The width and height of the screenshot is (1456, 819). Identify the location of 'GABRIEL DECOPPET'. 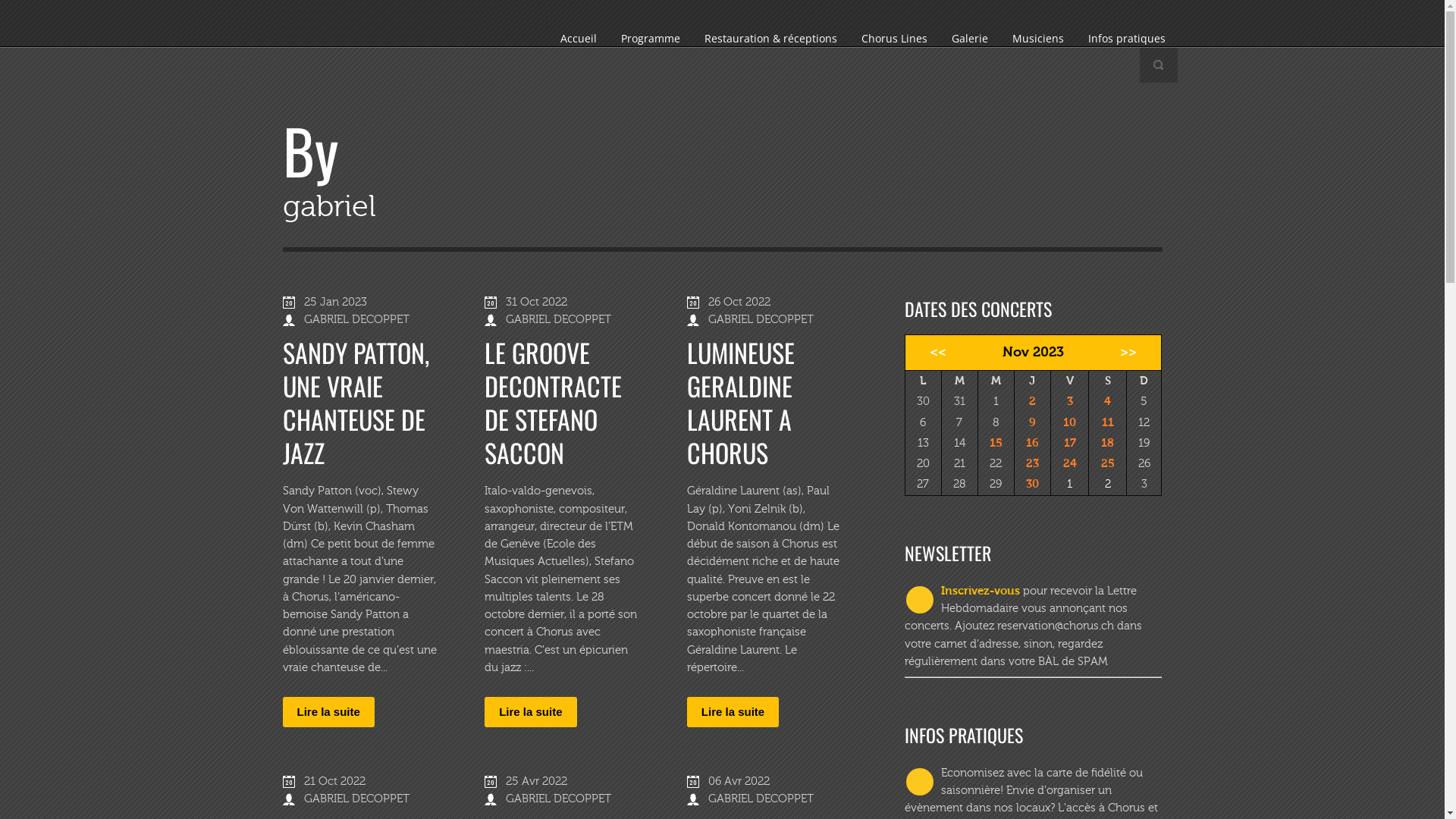
(557, 318).